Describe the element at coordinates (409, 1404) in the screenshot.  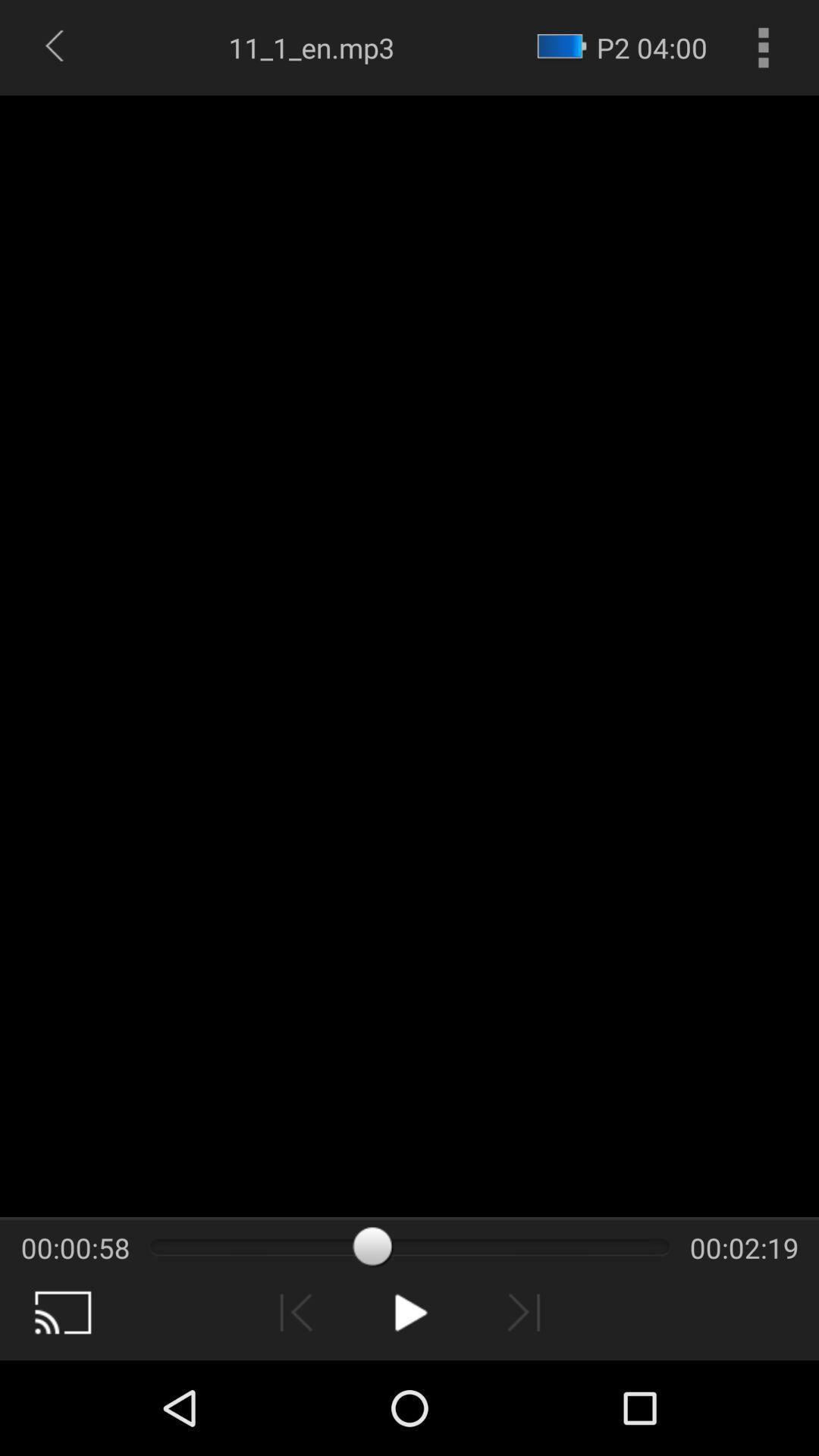
I see `the play icon` at that location.